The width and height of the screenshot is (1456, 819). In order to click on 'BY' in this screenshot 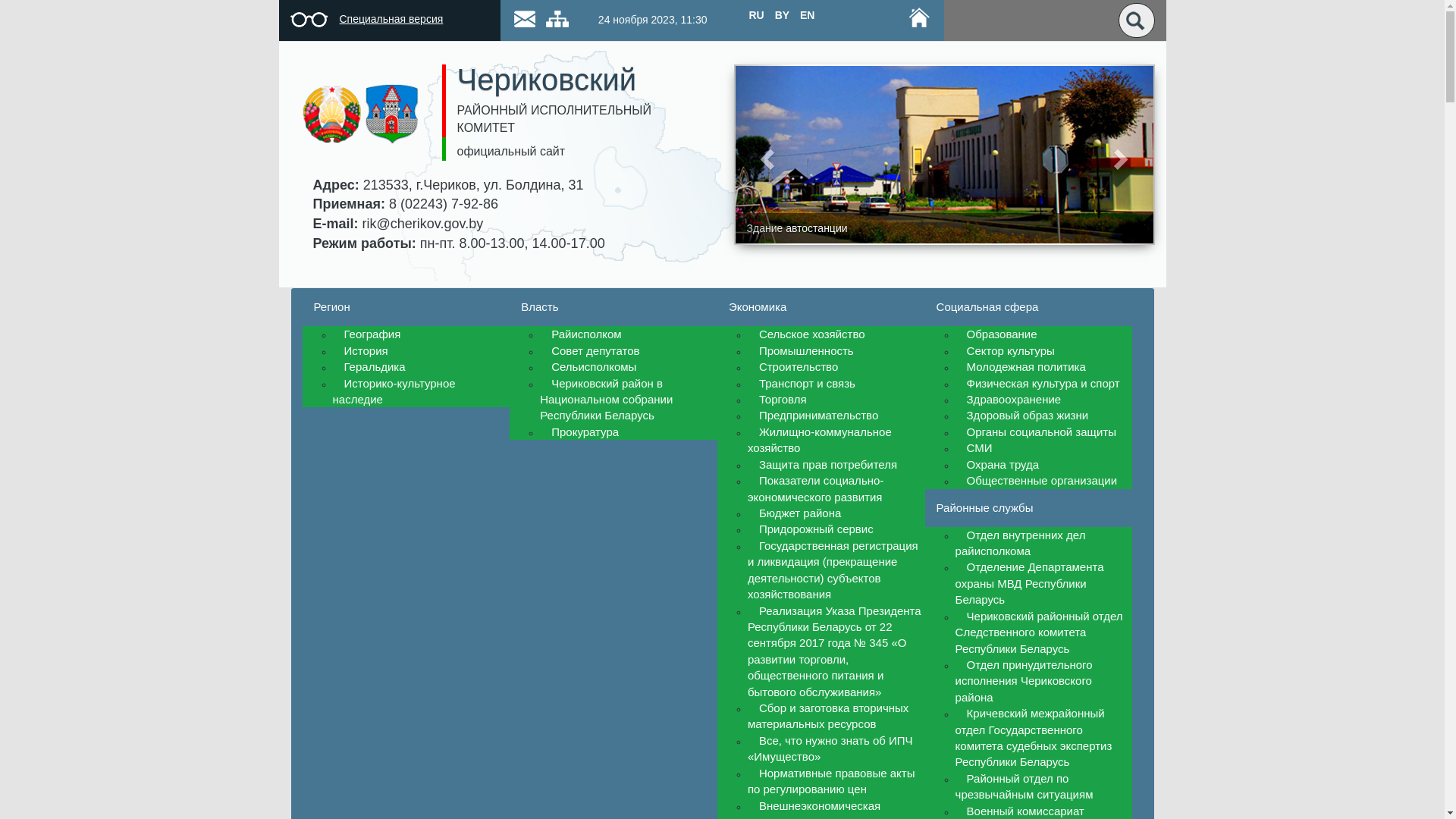, I will do `click(782, 14)`.